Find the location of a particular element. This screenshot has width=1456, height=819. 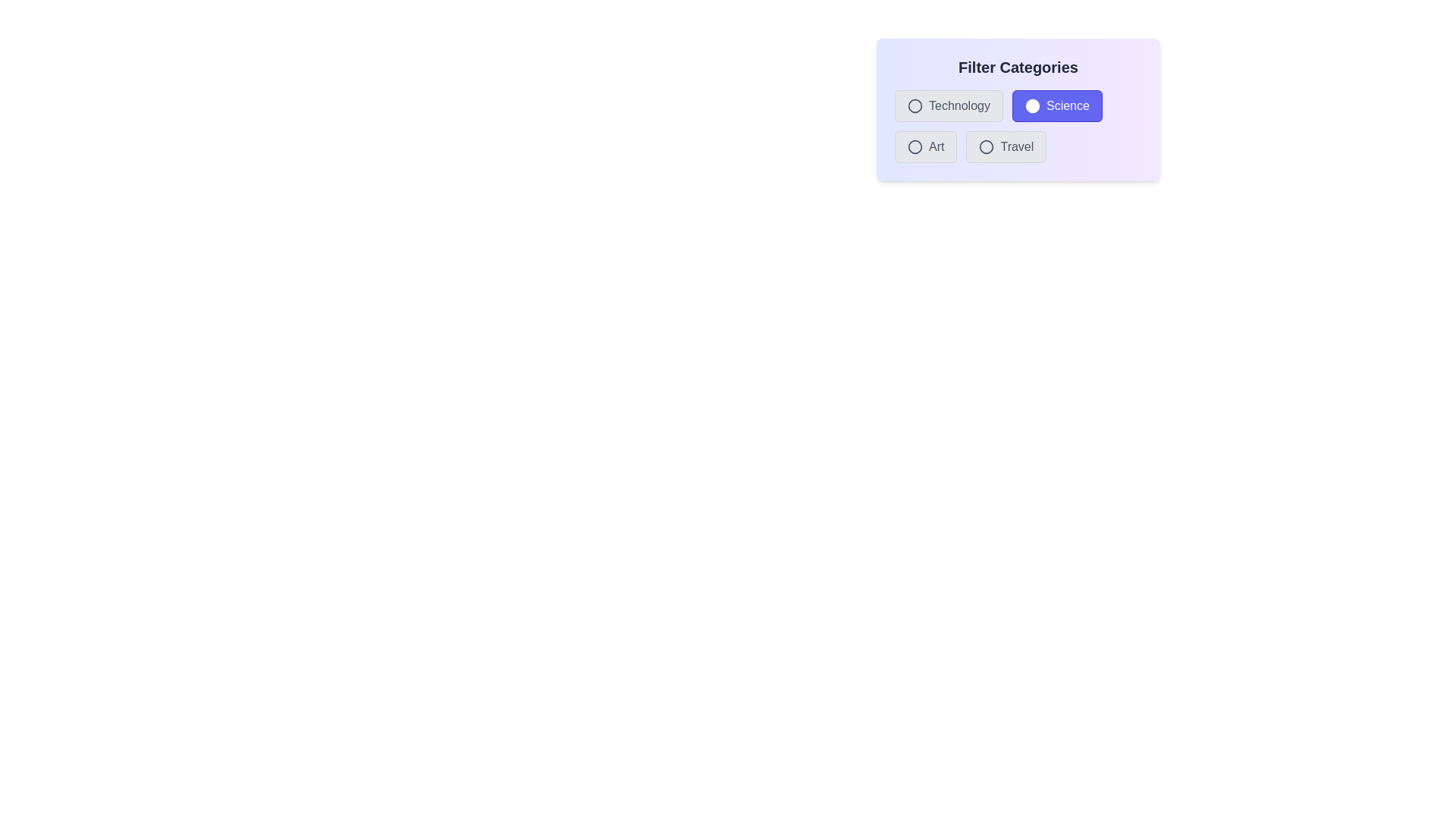

the Science button to observe the hover effect is located at coordinates (1056, 105).